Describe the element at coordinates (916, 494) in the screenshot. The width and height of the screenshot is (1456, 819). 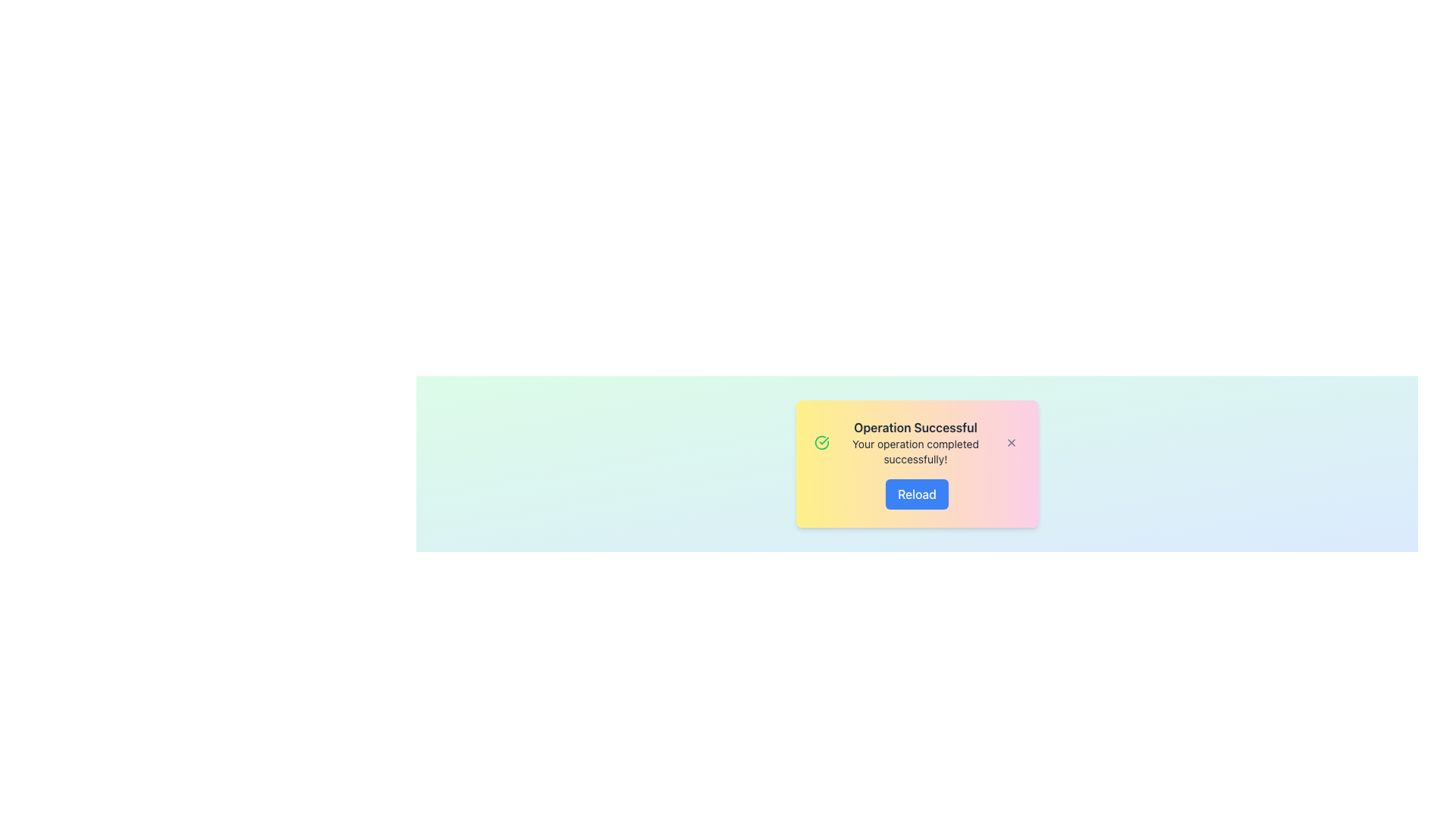
I see `the blue 'Reload' button with white text, which is located in the lower half of a colorful notification card with a yellow-pink gradient background` at that location.